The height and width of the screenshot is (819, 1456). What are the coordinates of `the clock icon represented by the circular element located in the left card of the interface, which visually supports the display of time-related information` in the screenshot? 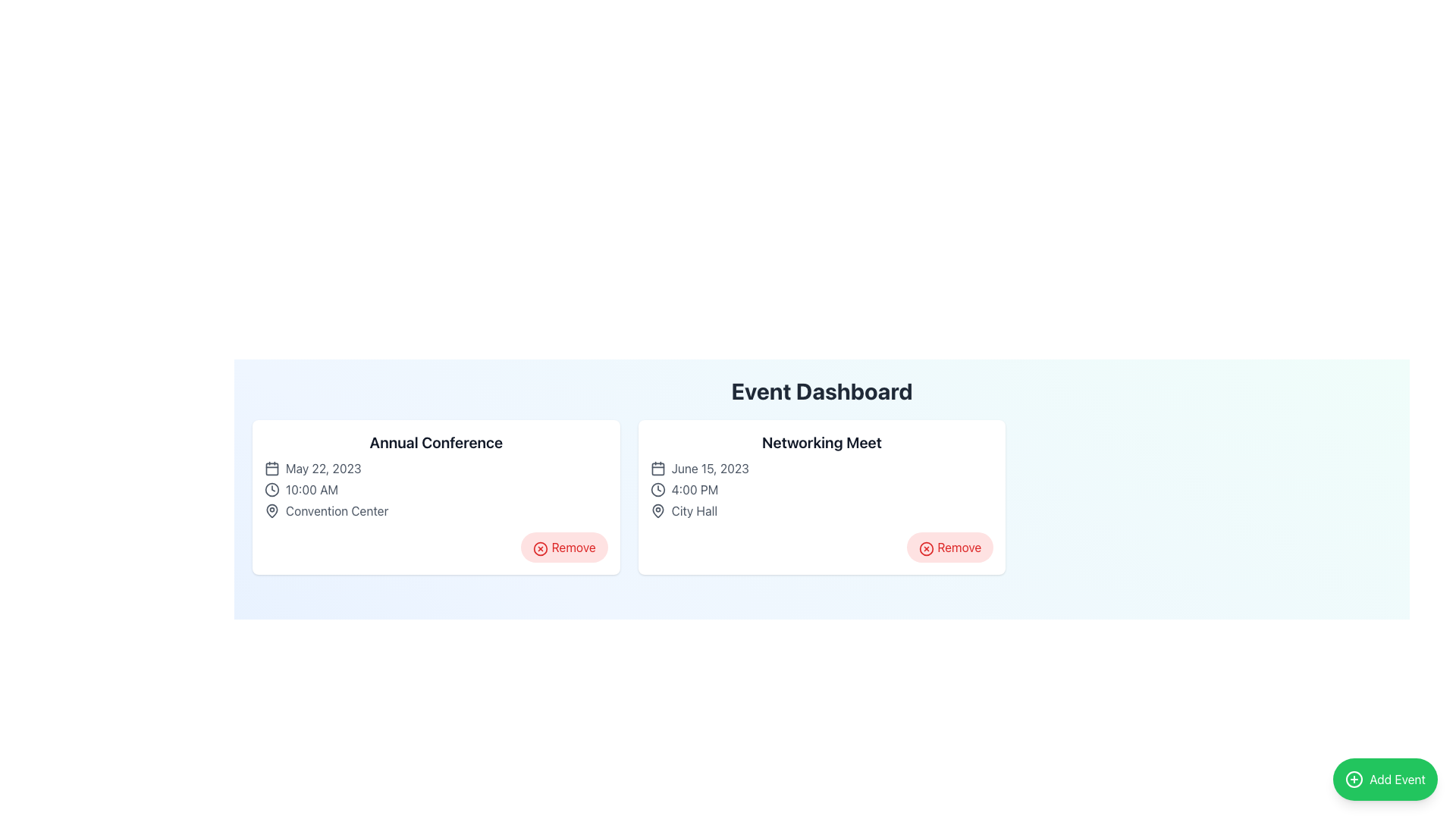 It's located at (272, 489).